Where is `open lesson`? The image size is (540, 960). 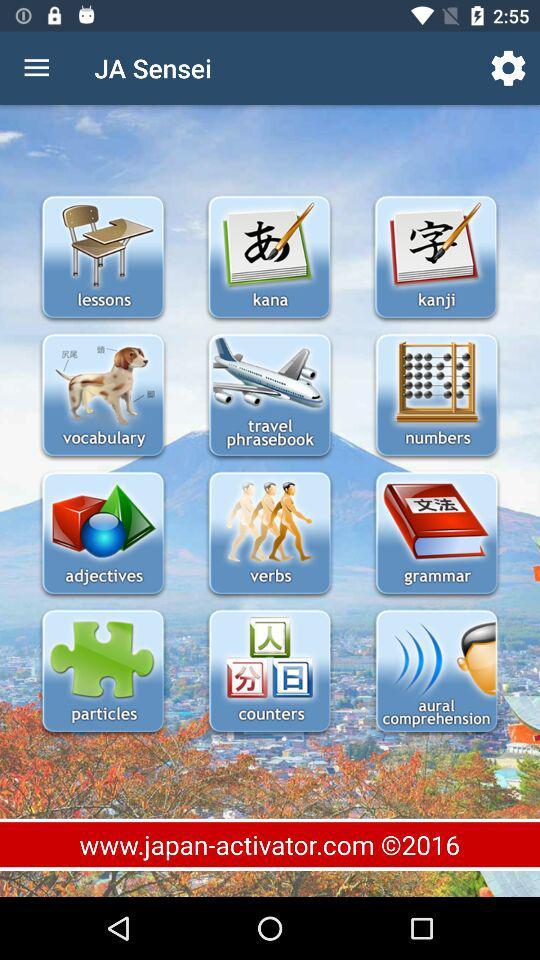
open lesson is located at coordinates (103, 534).